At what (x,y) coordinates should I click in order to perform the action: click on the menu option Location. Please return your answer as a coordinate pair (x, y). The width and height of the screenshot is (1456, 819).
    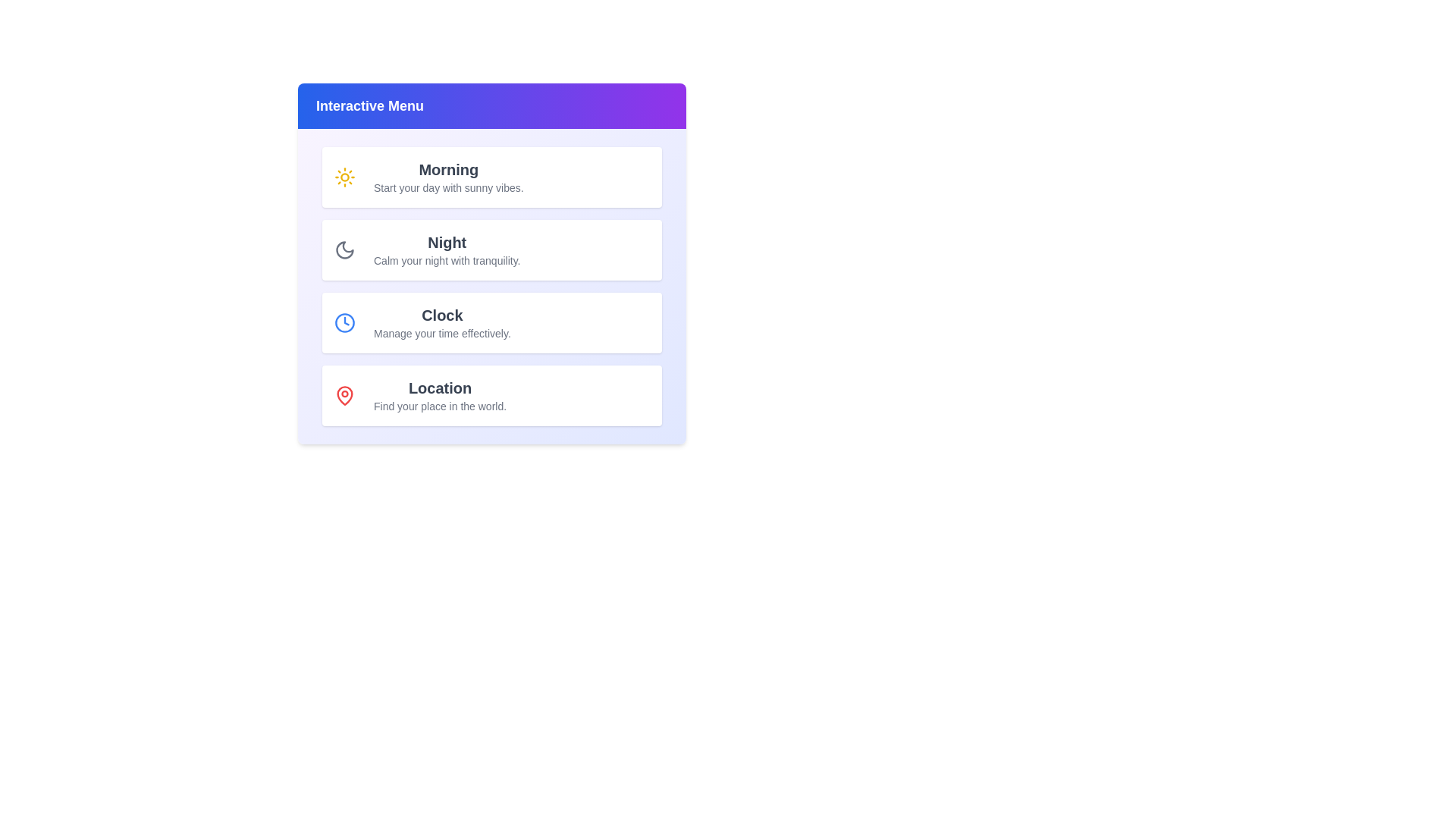
    Looking at the image, I should click on (491, 394).